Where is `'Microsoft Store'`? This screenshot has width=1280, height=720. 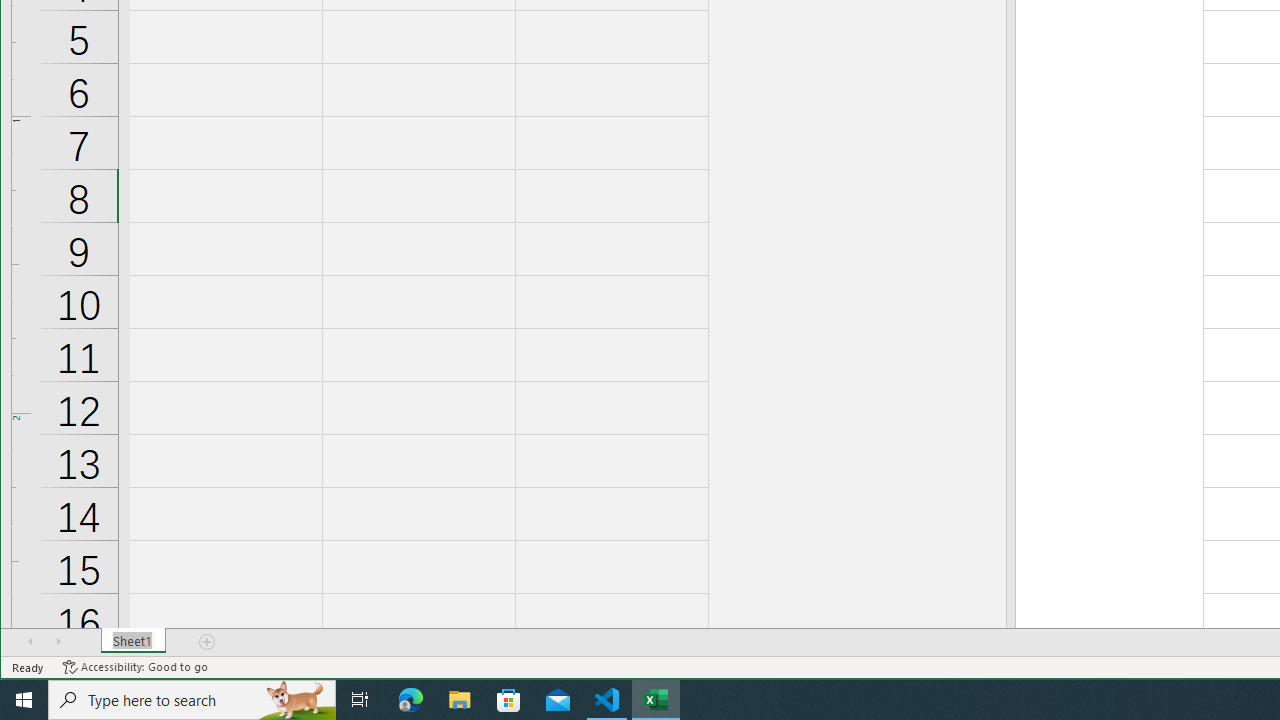 'Microsoft Store' is located at coordinates (509, 698).